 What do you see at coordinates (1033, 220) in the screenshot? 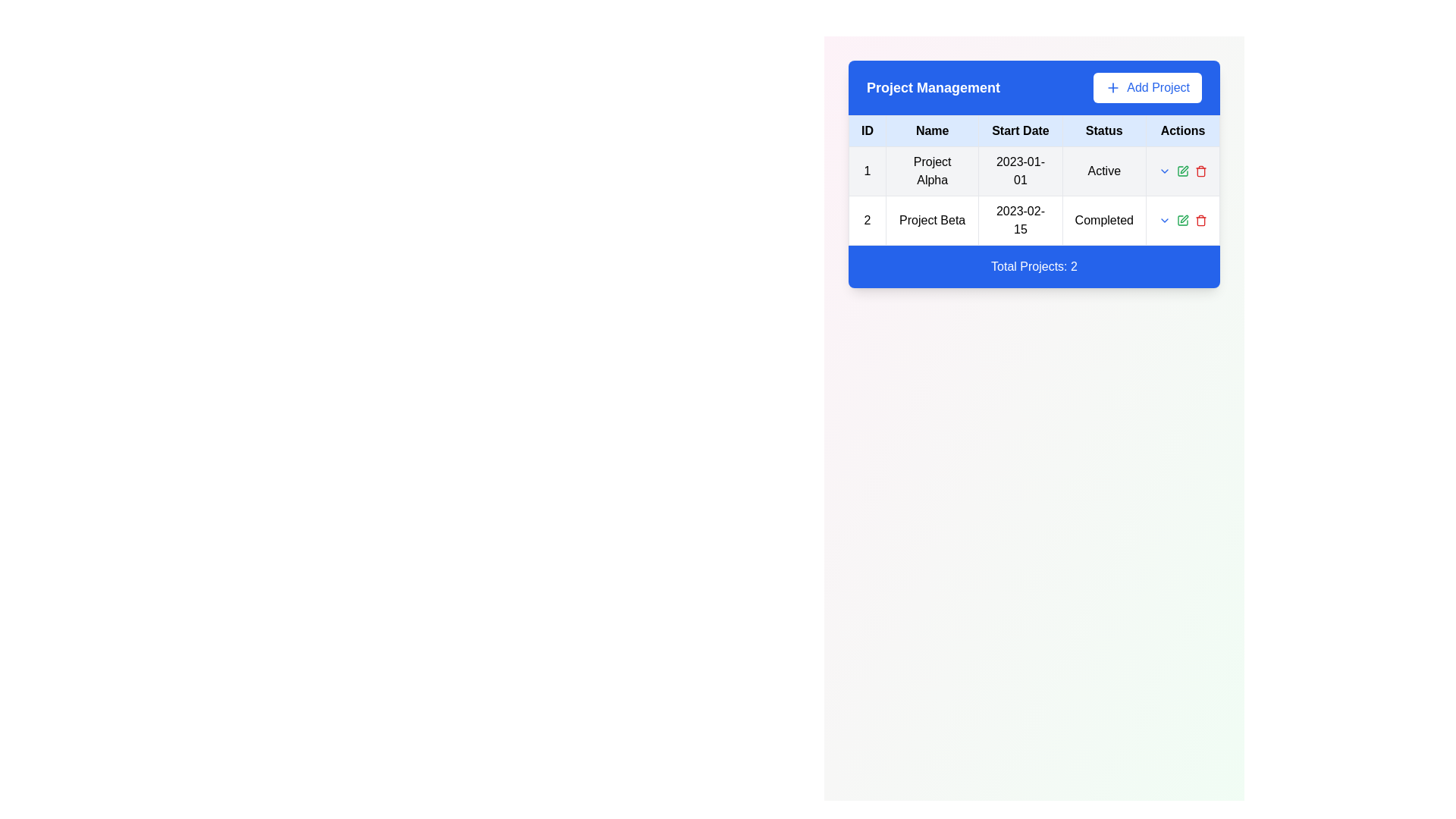
I see `the individual cells of the second row in the project management table representing 'Project Beta' for editing or viewing` at bounding box center [1033, 220].